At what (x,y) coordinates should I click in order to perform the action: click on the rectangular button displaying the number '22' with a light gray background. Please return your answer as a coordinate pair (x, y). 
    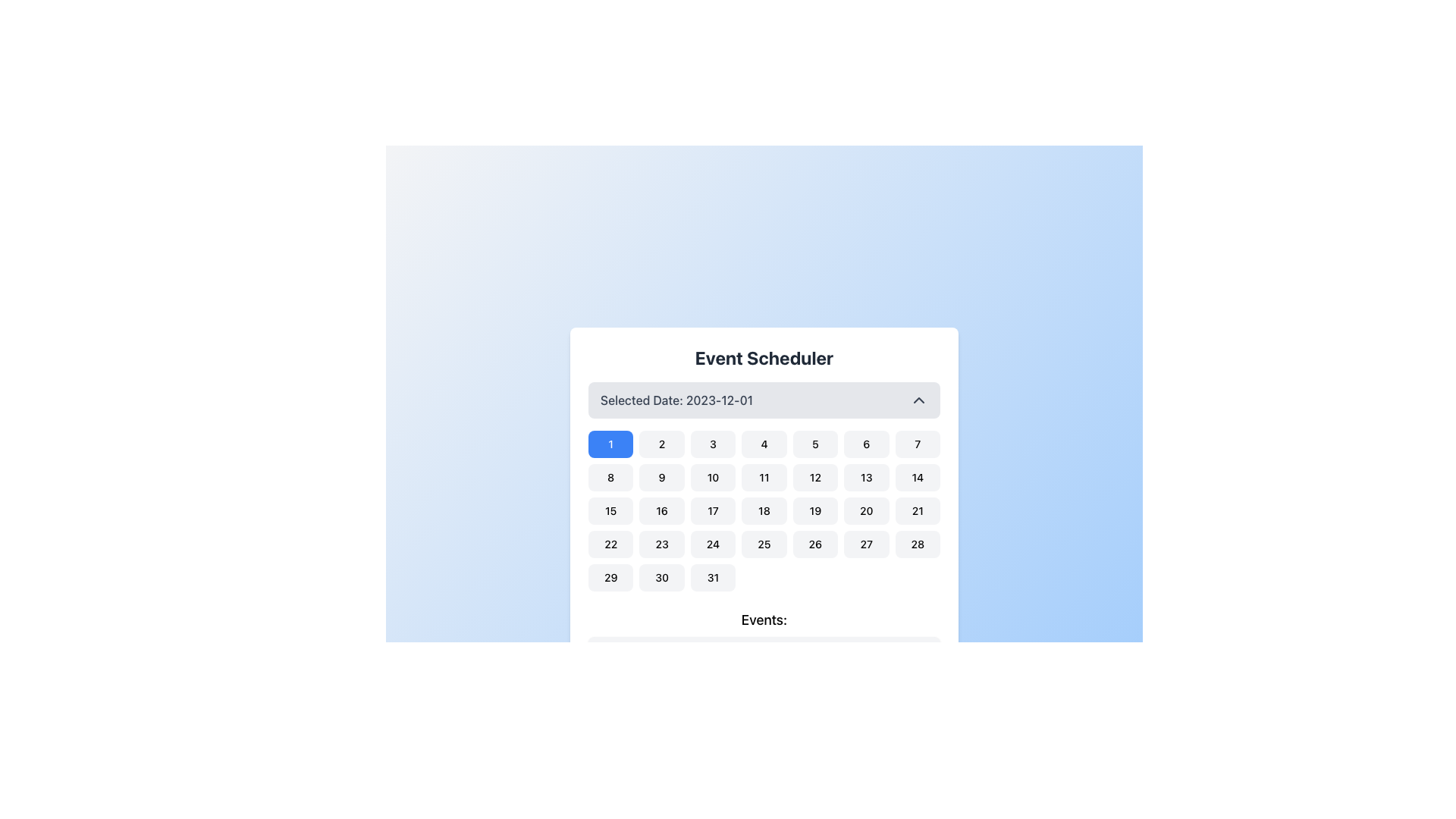
    Looking at the image, I should click on (610, 543).